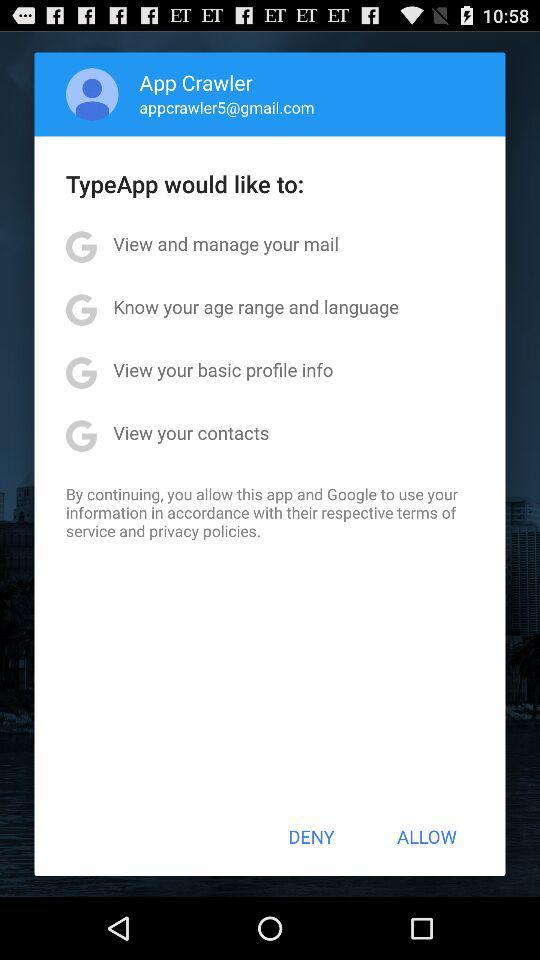 The width and height of the screenshot is (540, 960). What do you see at coordinates (311, 836) in the screenshot?
I see `item below the by continuing you` at bounding box center [311, 836].